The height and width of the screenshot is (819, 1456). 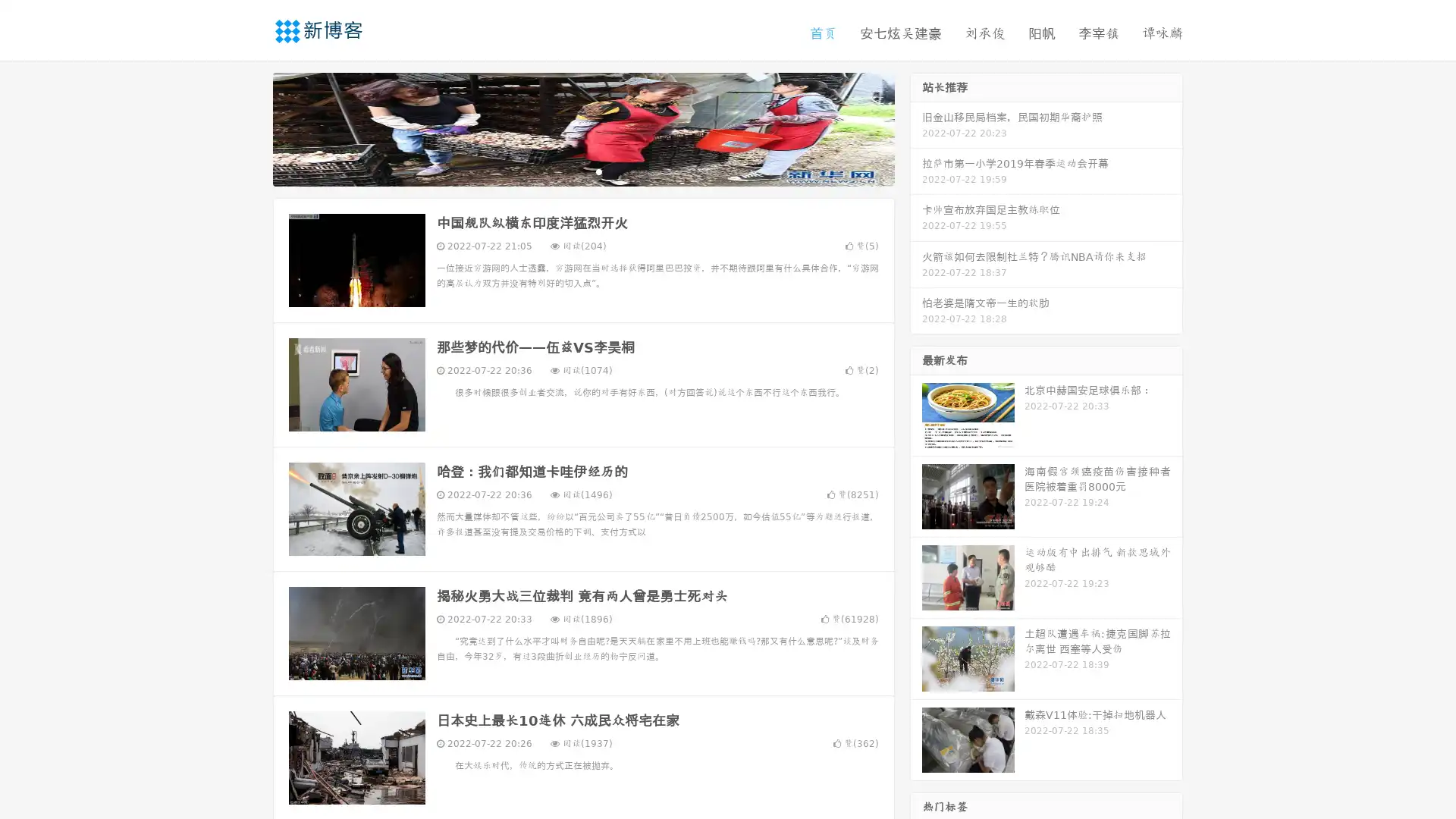 What do you see at coordinates (598, 171) in the screenshot?
I see `Go to slide 3` at bounding box center [598, 171].